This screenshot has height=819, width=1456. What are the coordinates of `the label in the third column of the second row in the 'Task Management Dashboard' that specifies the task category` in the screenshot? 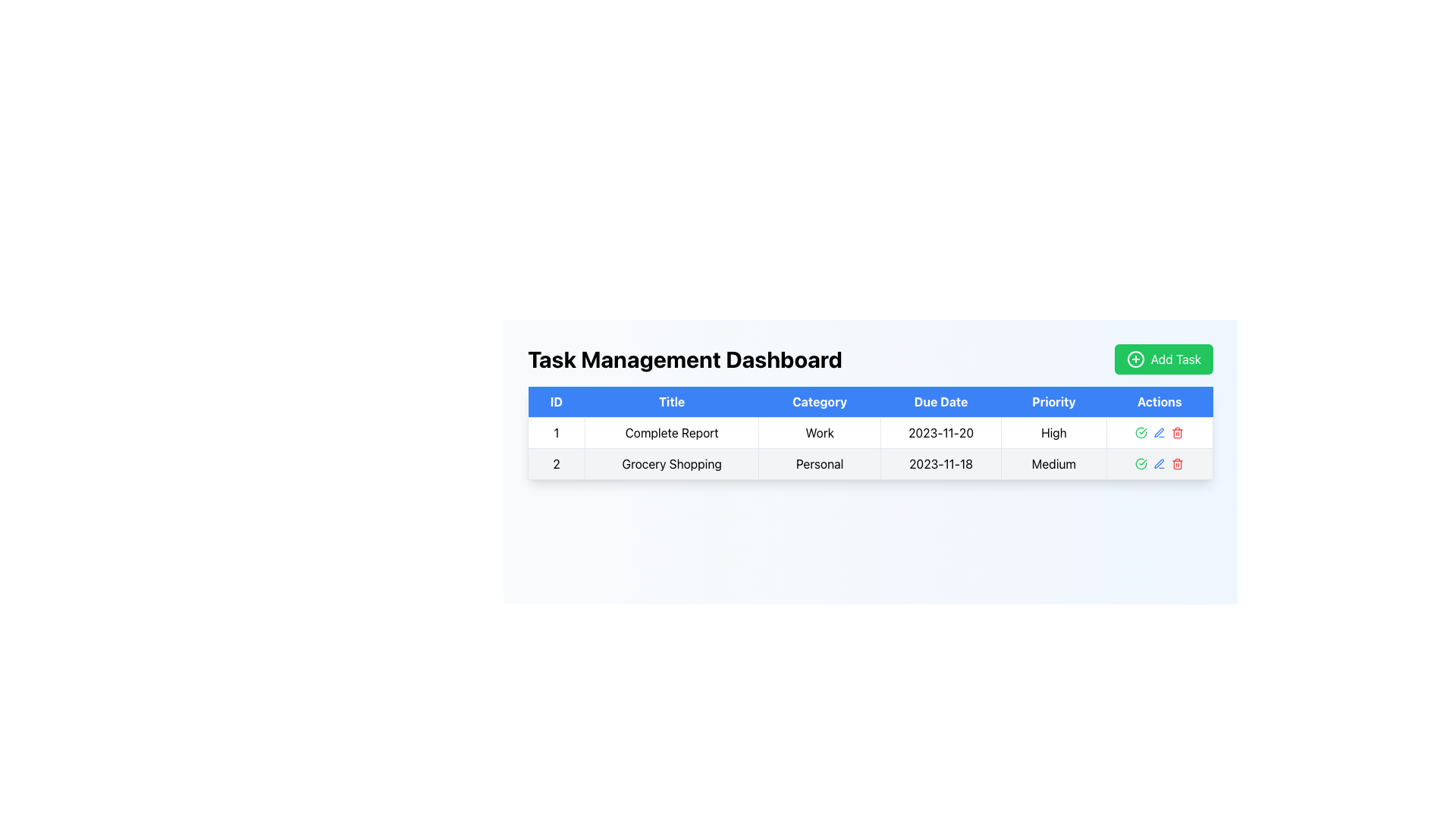 It's located at (819, 463).